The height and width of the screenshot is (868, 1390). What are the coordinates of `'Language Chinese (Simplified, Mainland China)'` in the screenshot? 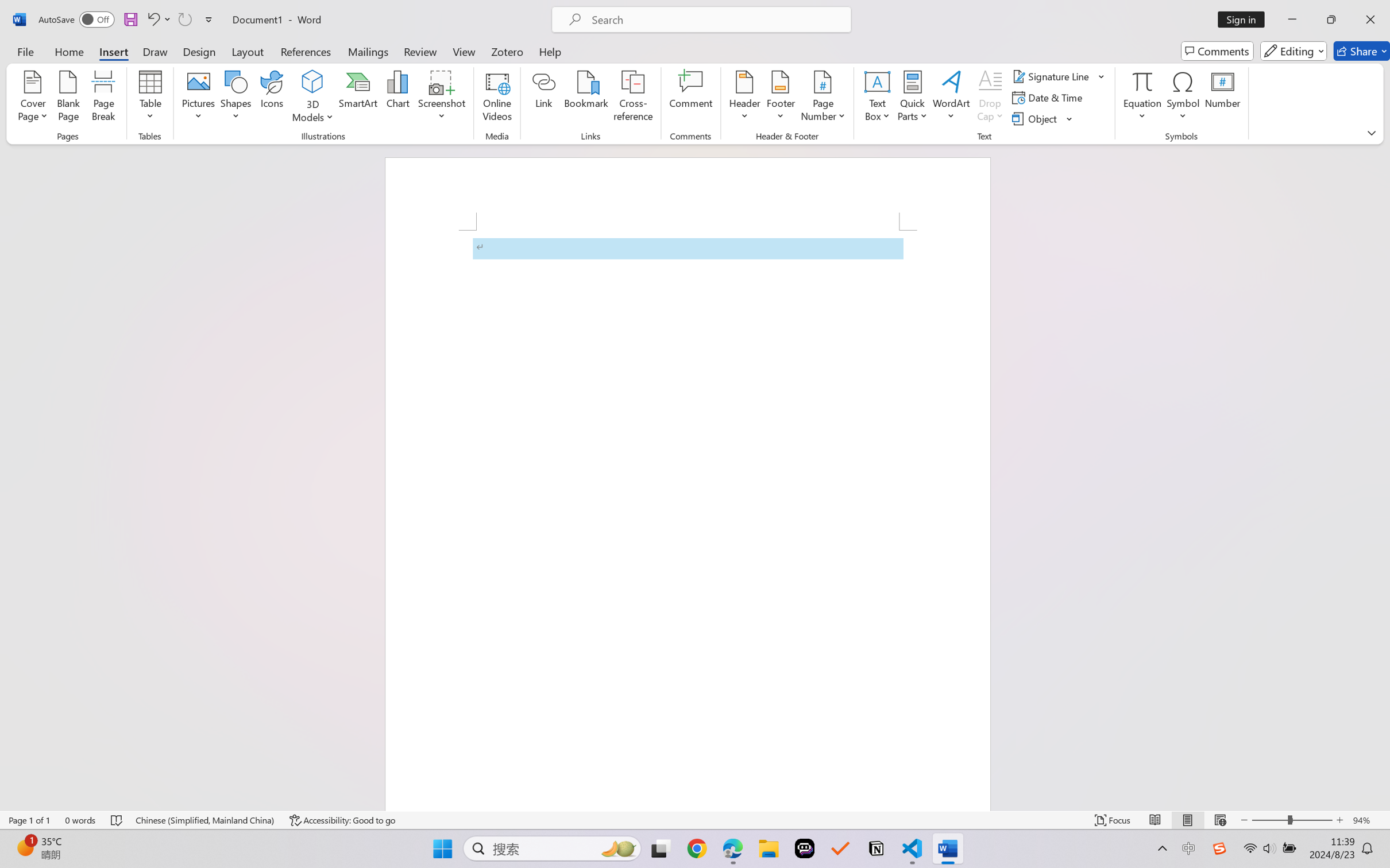 It's located at (204, 820).